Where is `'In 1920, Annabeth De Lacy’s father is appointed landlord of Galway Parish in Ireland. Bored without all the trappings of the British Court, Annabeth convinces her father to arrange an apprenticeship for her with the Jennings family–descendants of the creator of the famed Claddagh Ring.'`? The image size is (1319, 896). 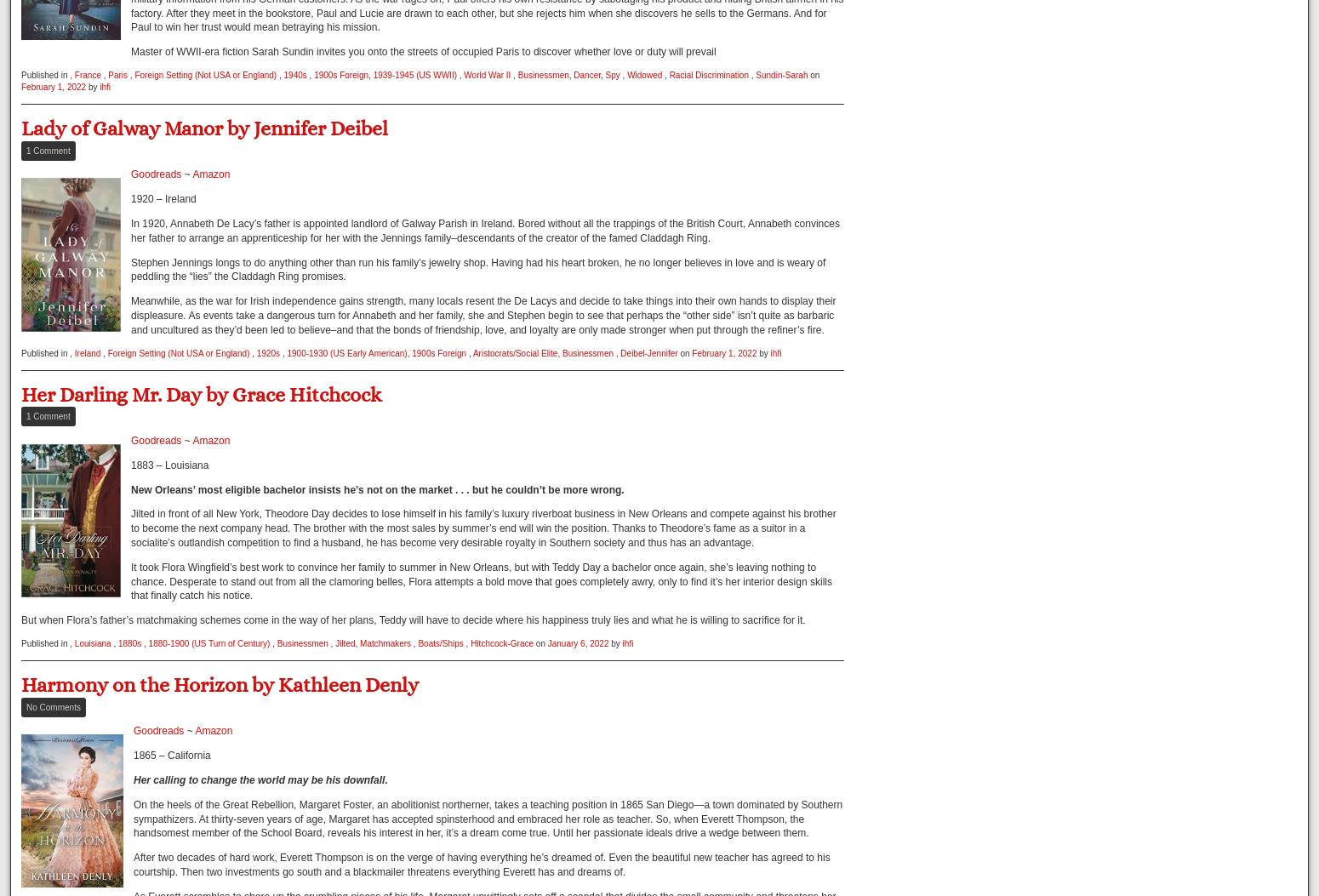
'In 1920, Annabeth De Lacy’s father is appointed landlord of Galway Parish in Ireland. Bored without all the trappings of the British Court, Annabeth convinces her father to arrange an apprenticeship for her with the Jennings family–descendants of the creator of the famed Claddagh Ring.' is located at coordinates (484, 230).